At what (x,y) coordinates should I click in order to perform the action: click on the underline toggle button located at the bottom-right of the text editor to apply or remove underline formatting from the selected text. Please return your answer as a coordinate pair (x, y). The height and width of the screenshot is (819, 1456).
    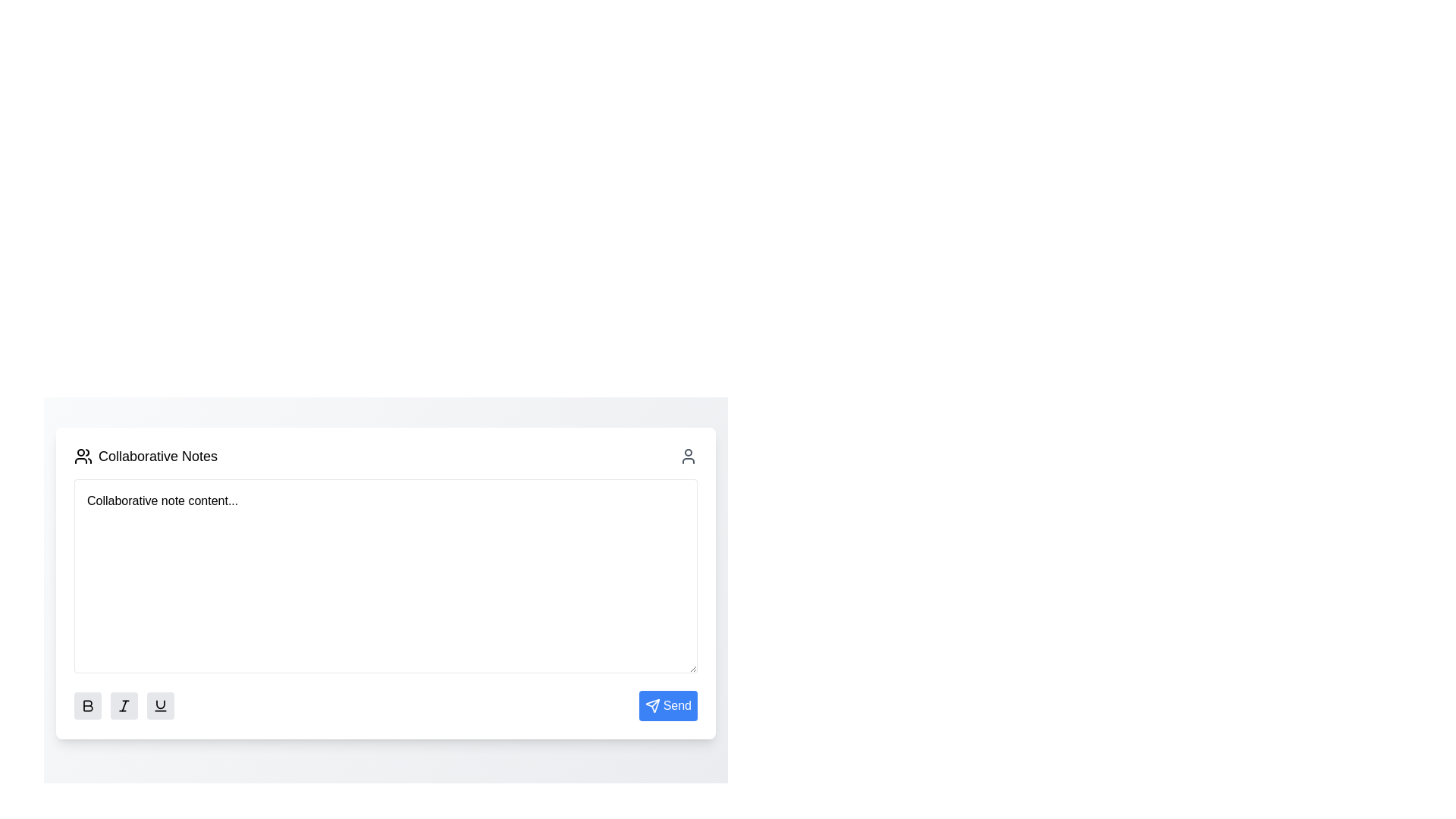
    Looking at the image, I should click on (160, 705).